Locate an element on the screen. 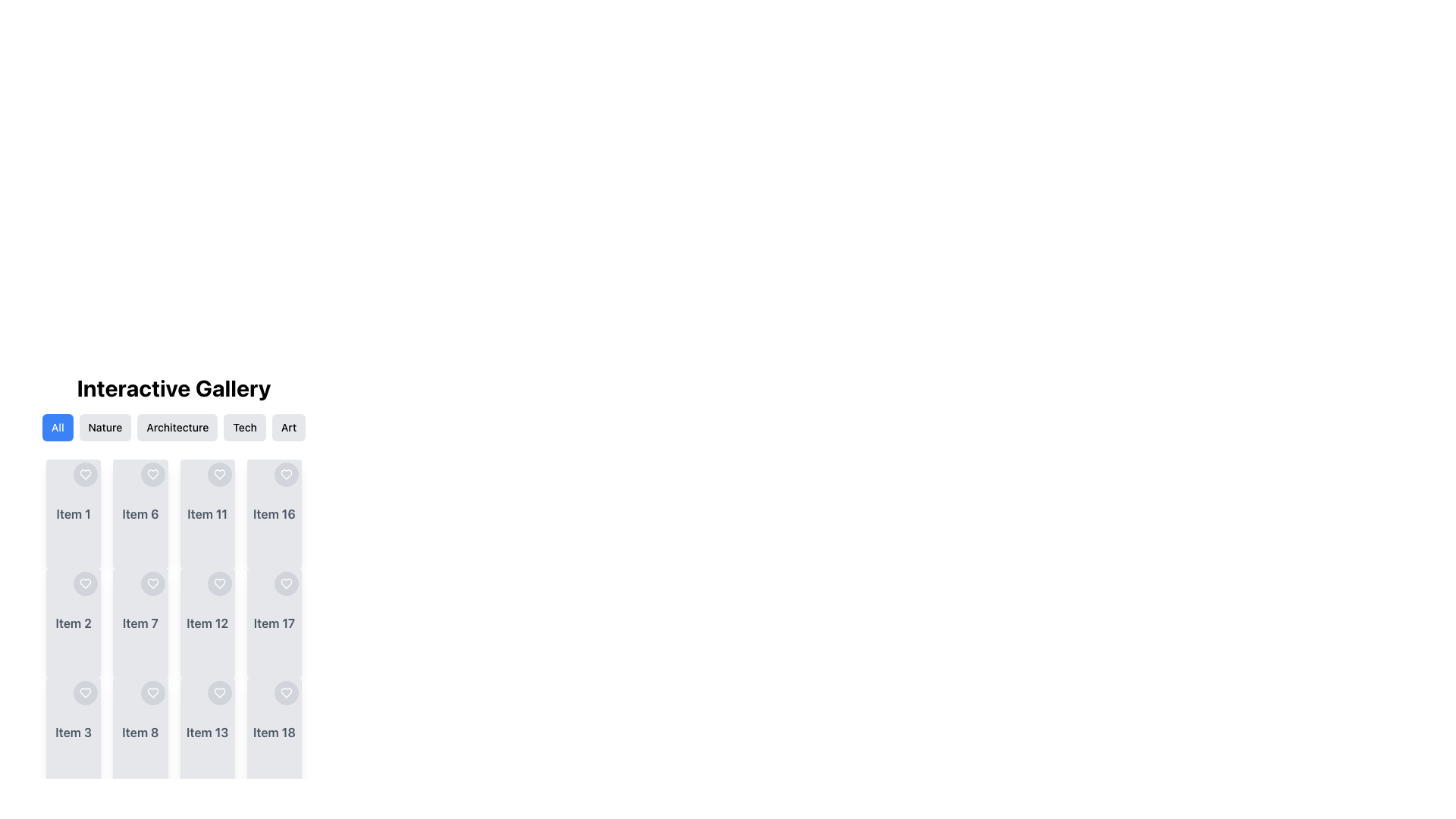 The width and height of the screenshot is (1456, 819). the individual item card located in the second column and third row of the grid layout for further actions is located at coordinates (140, 623).